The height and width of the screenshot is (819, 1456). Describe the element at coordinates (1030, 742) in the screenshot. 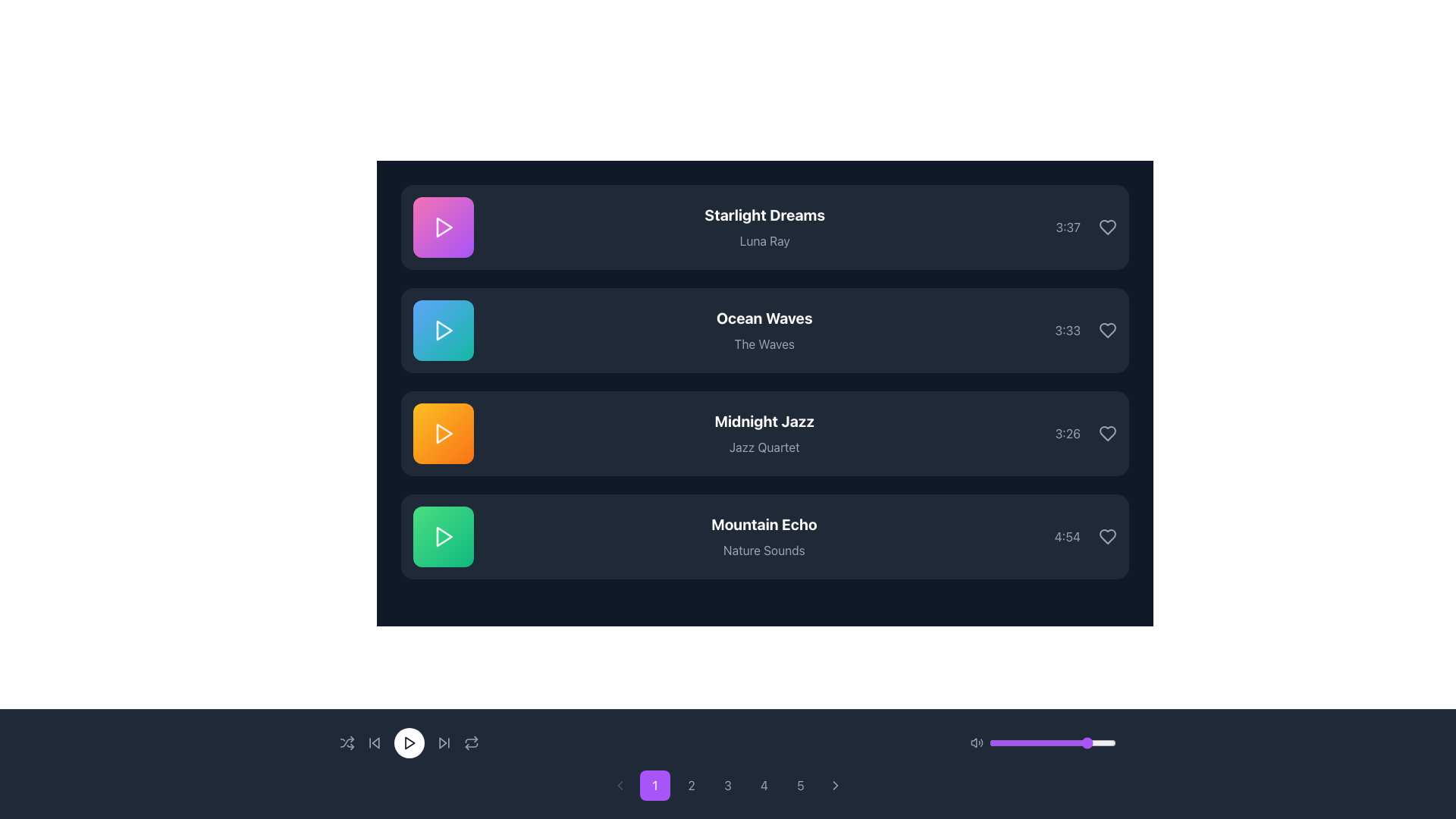

I see `the volume` at that location.